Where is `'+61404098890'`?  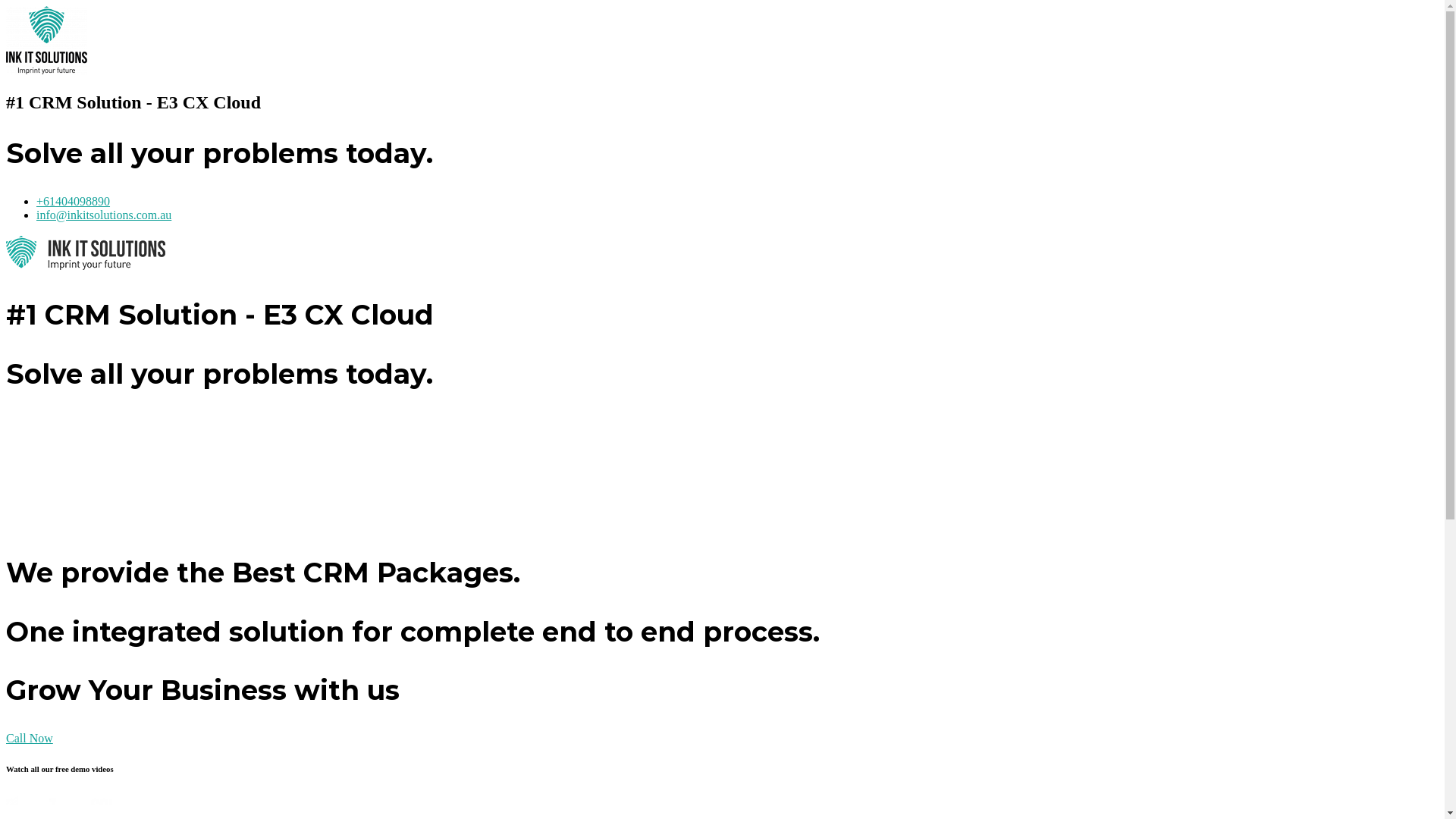
'+61404098890' is located at coordinates (72, 200).